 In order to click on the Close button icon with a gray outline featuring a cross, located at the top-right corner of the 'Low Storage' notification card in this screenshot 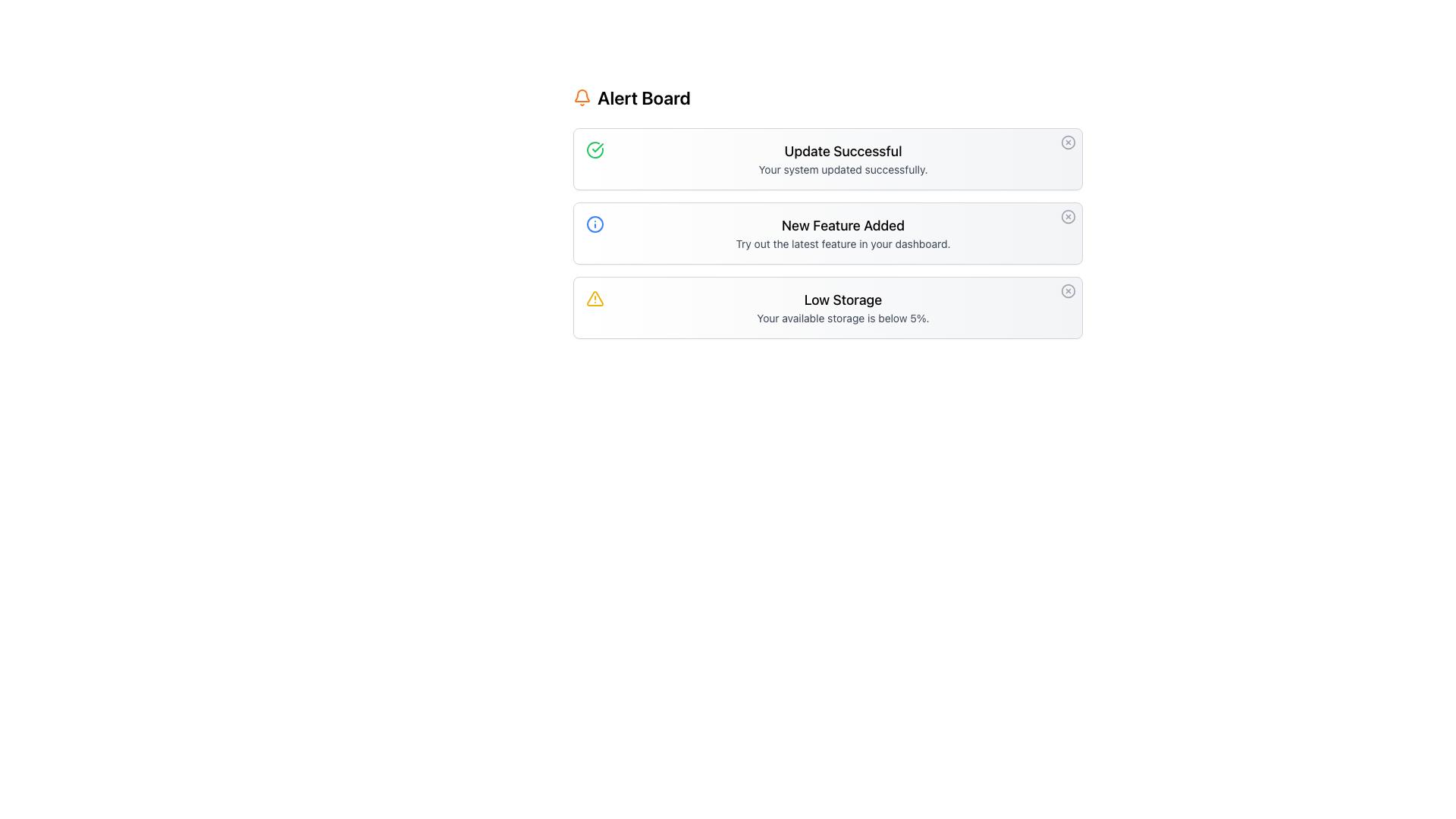, I will do `click(1068, 291)`.